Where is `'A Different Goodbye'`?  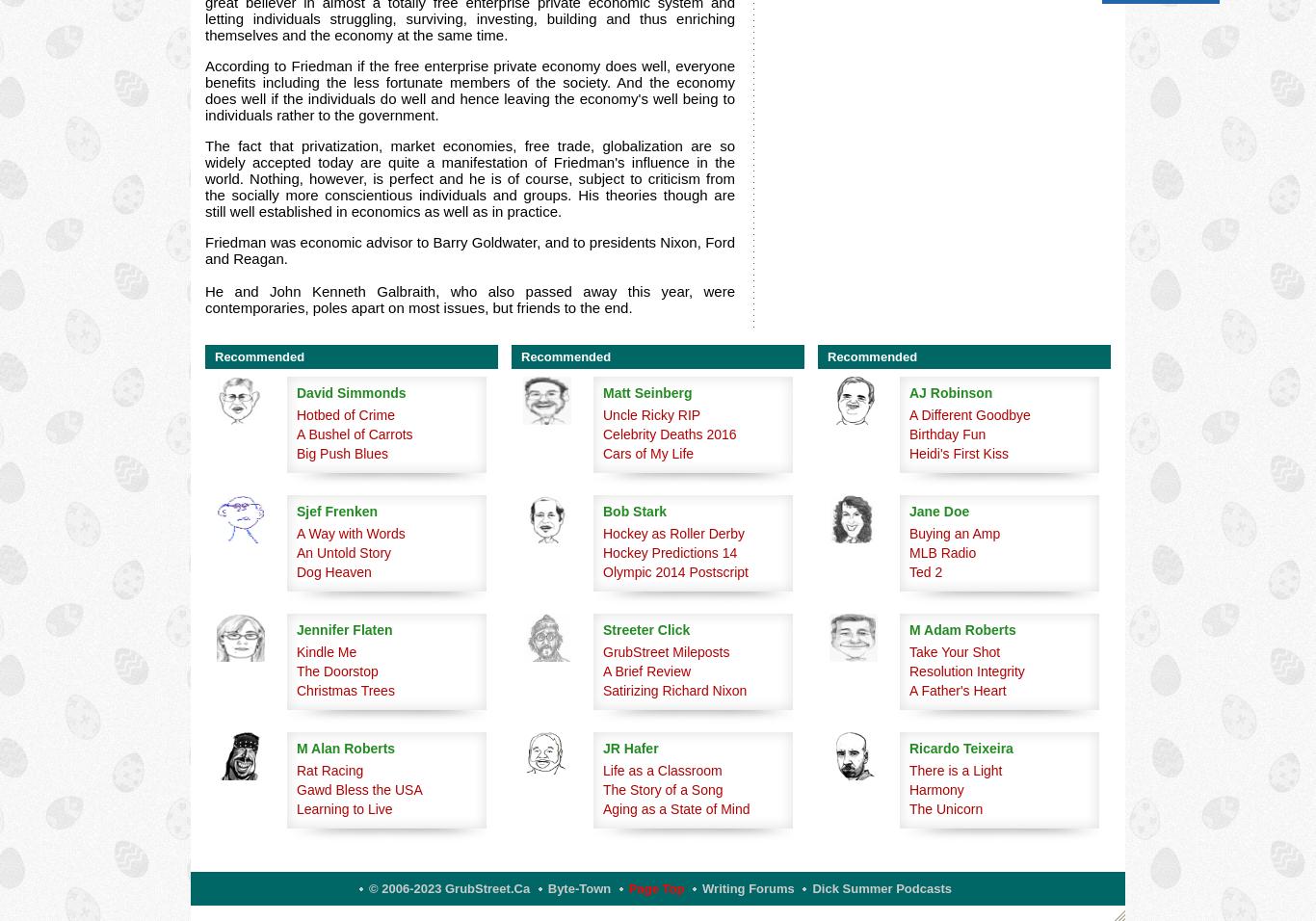
'A Different Goodbye' is located at coordinates (969, 414).